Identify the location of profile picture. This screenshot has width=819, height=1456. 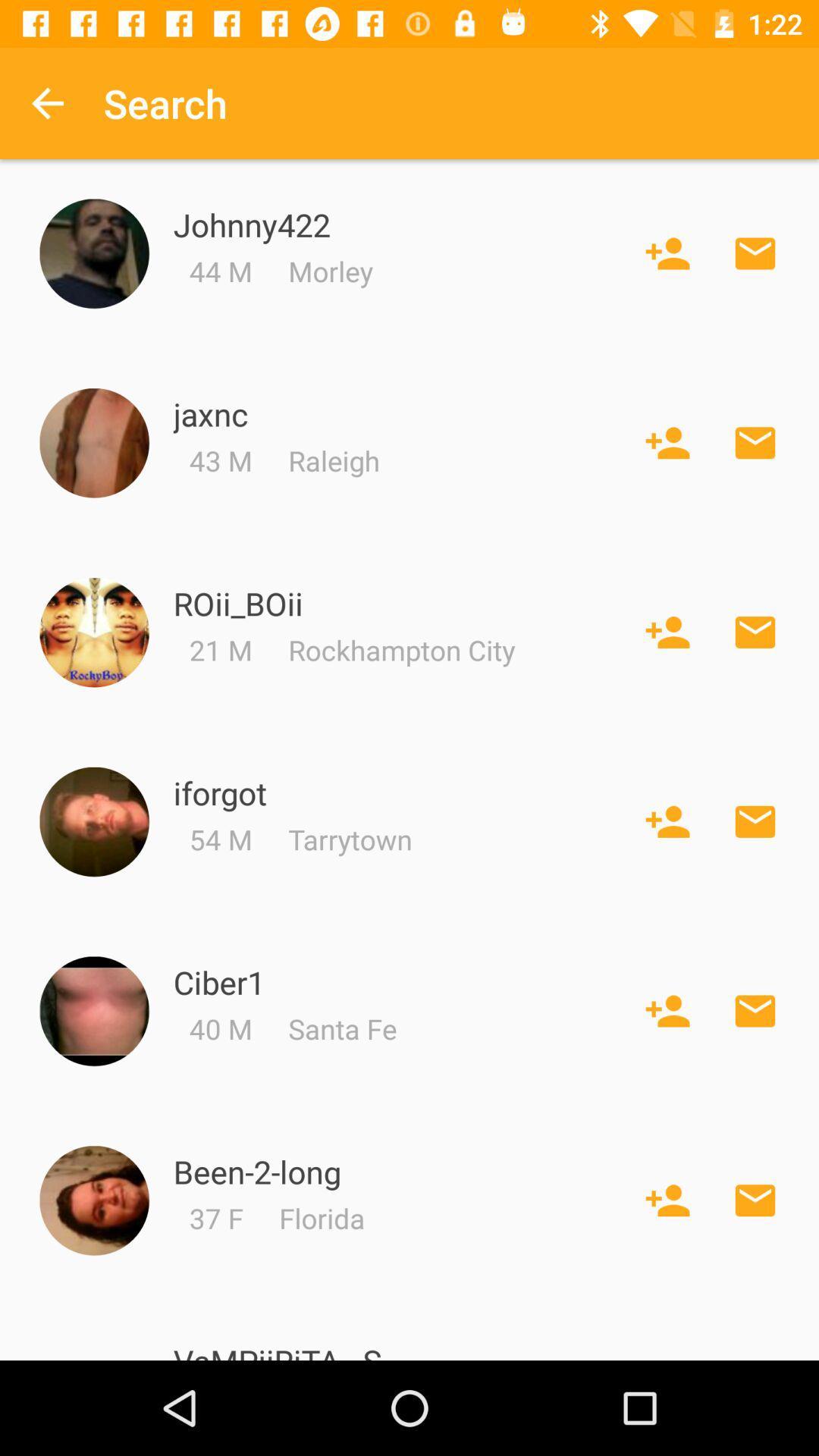
(94, 253).